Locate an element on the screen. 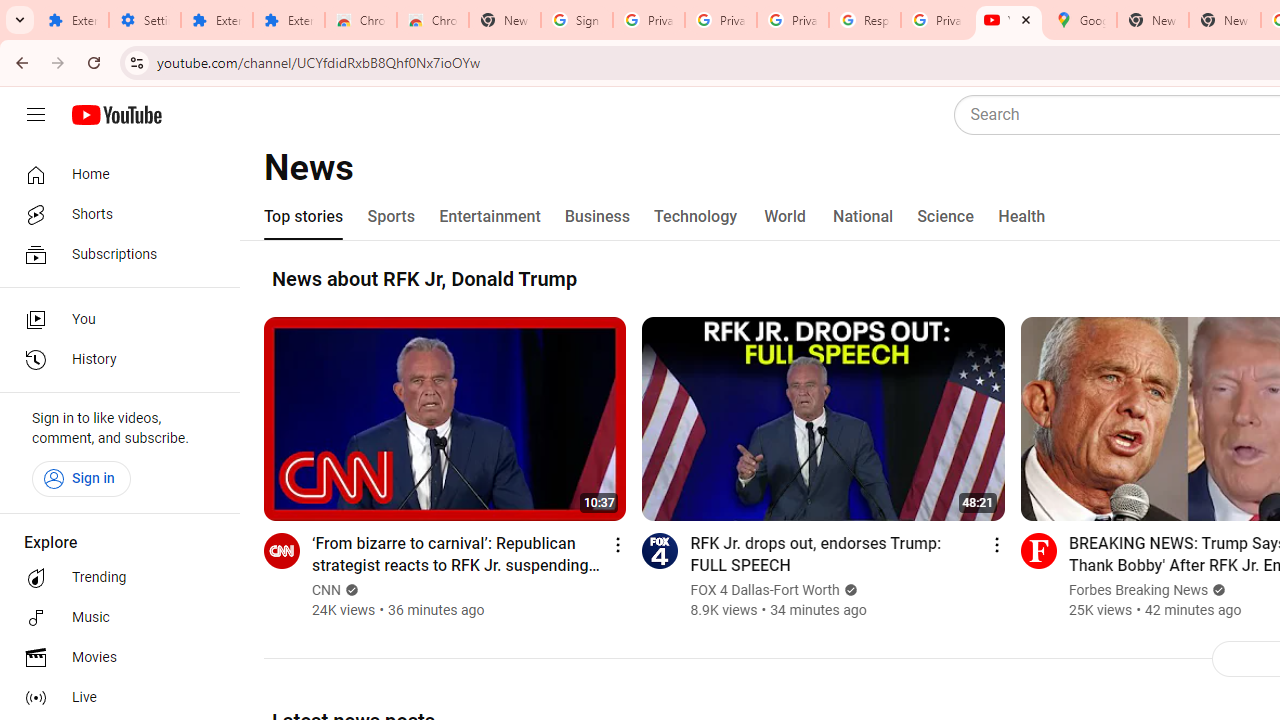 This screenshot has height=720, width=1280. 'Science' is located at coordinates (944, 217).